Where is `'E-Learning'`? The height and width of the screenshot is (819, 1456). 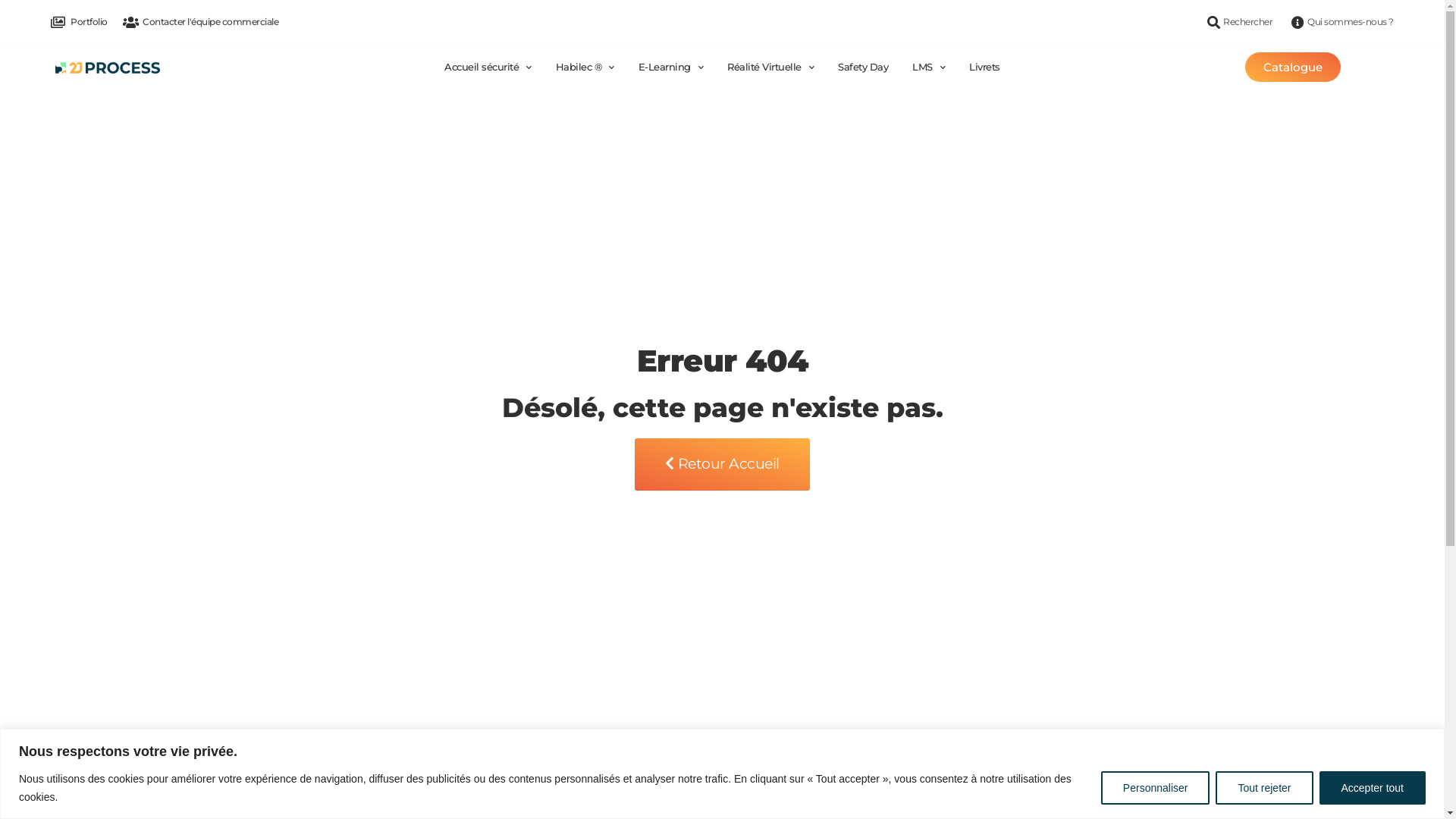 'E-Learning' is located at coordinates (638, 66).